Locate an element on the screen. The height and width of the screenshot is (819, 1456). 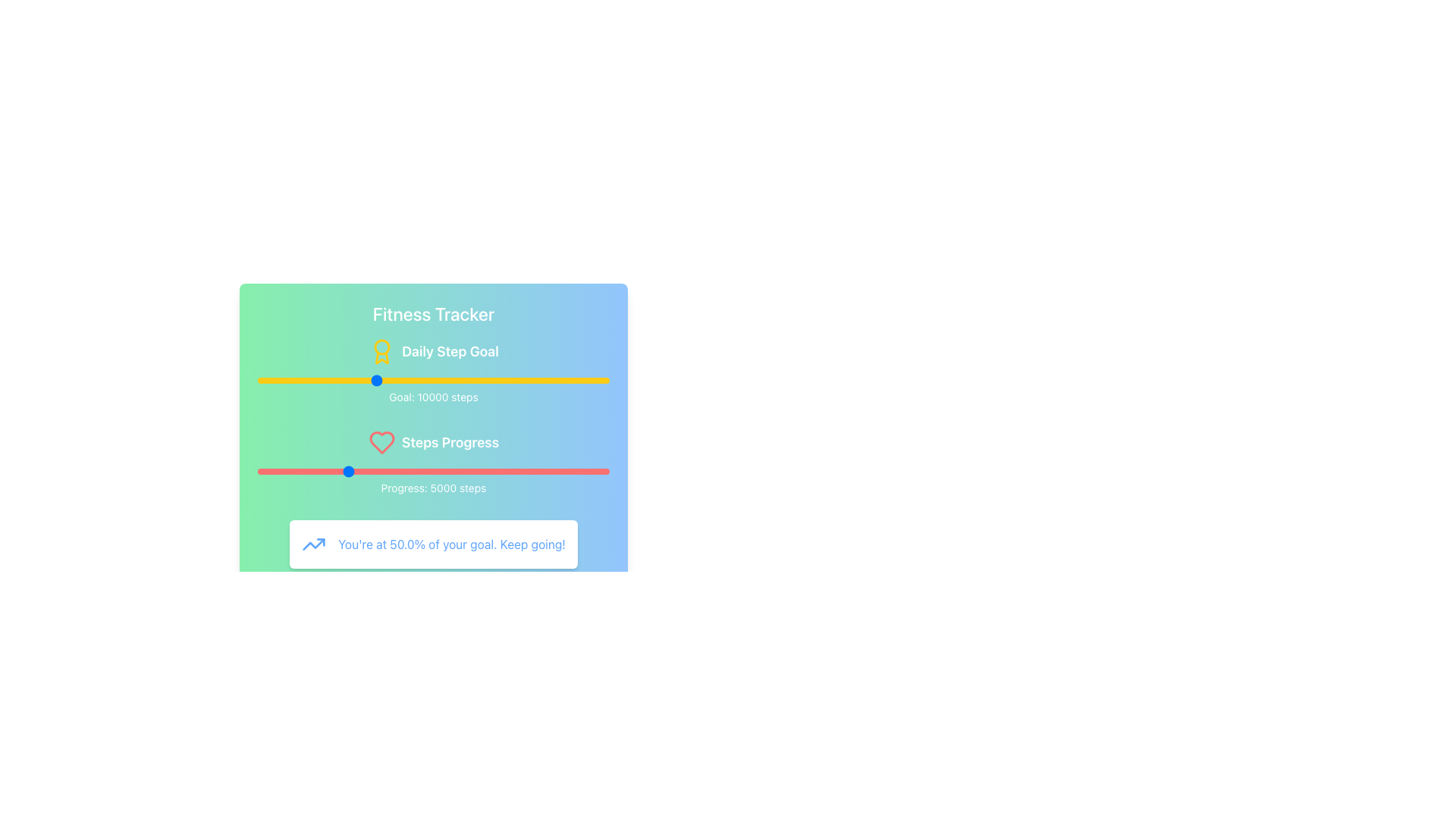
the 'Daily Step Goal' text label, which is displayed in bold, large white font and positioned below the 'Fitness Tracker' title, with an award ribbon icon to its left is located at coordinates (450, 351).